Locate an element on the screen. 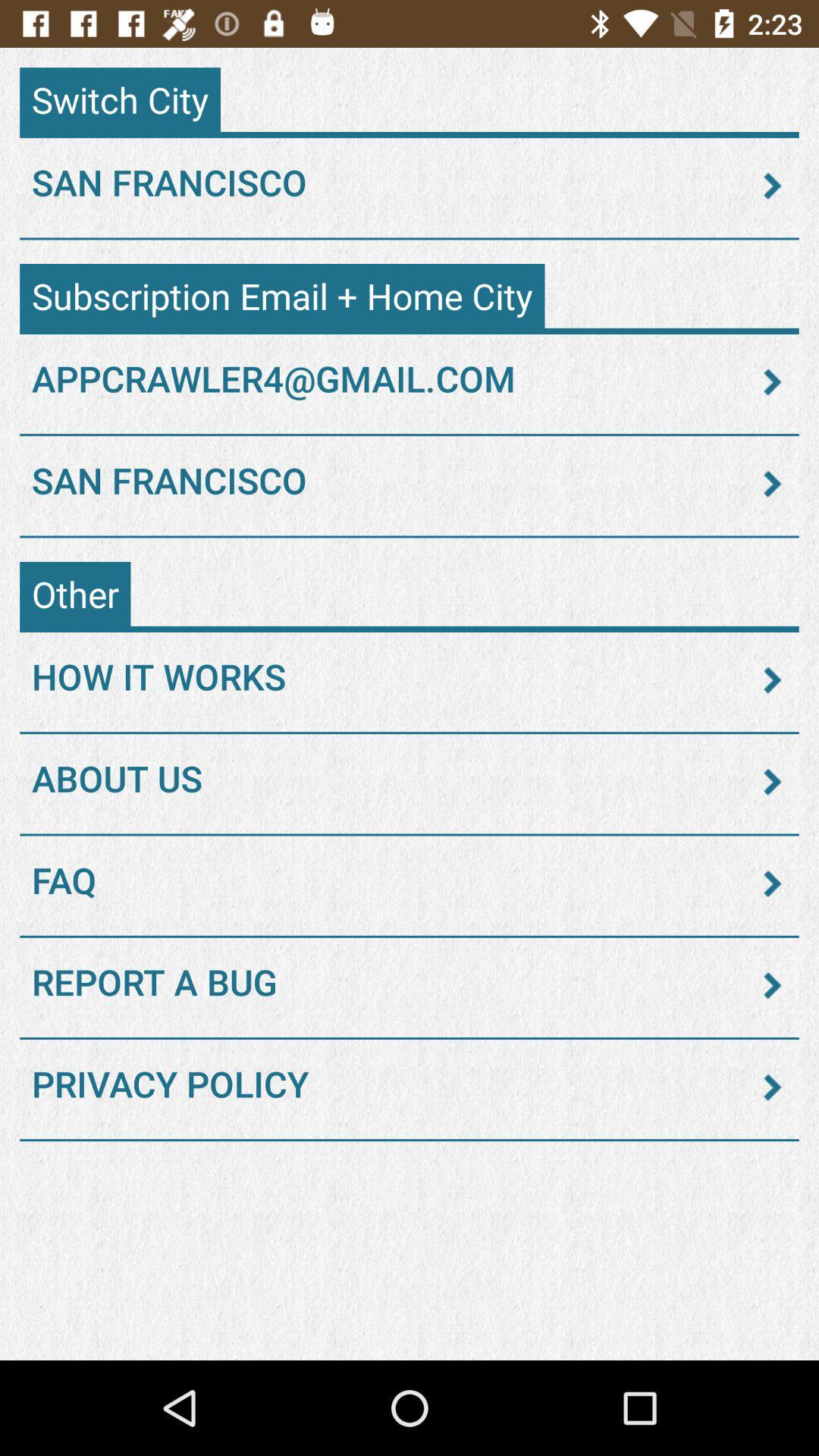 The height and width of the screenshot is (1456, 819). about us icon is located at coordinates (409, 782).